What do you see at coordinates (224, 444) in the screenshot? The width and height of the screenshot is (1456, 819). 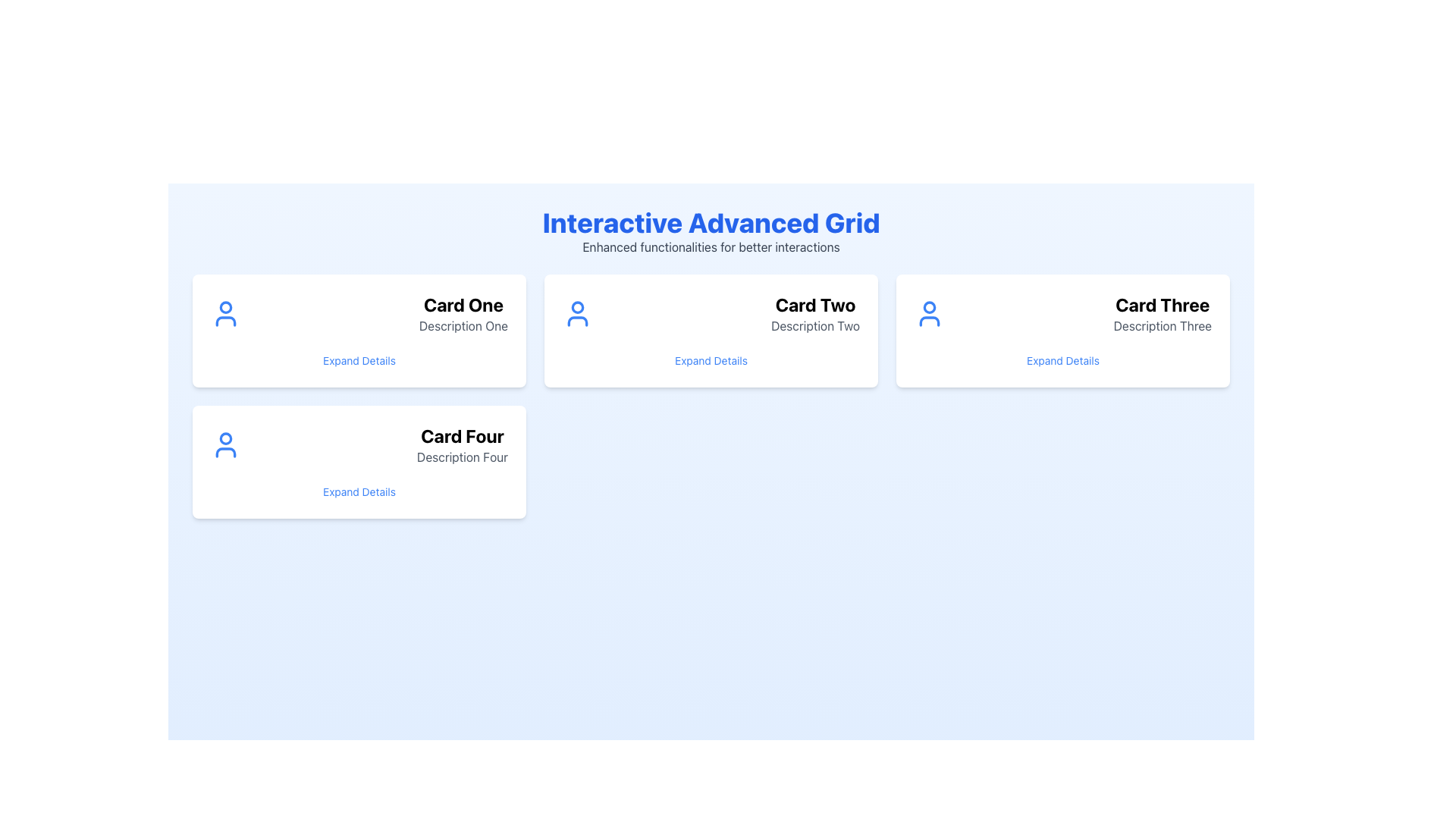 I see `the decorative user icon located at the left portion of 'Card Four', which is positioned in the bottom-left corner of the grid structure of cards` at bounding box center [224, 444].